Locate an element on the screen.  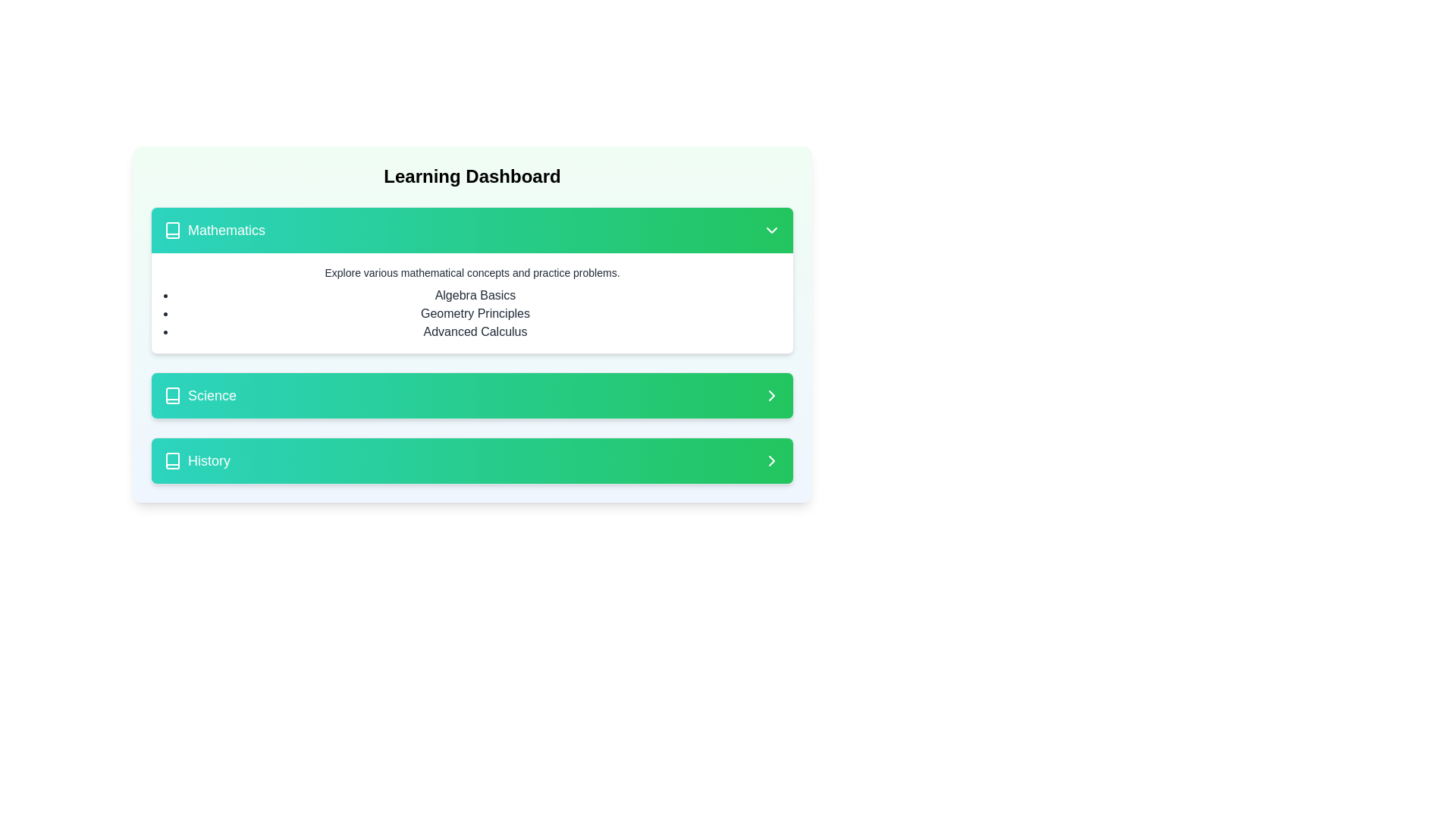
the downward-facing chevron icon on the right side of the 'Mathematics' section header is located at coordinates (771, 231).